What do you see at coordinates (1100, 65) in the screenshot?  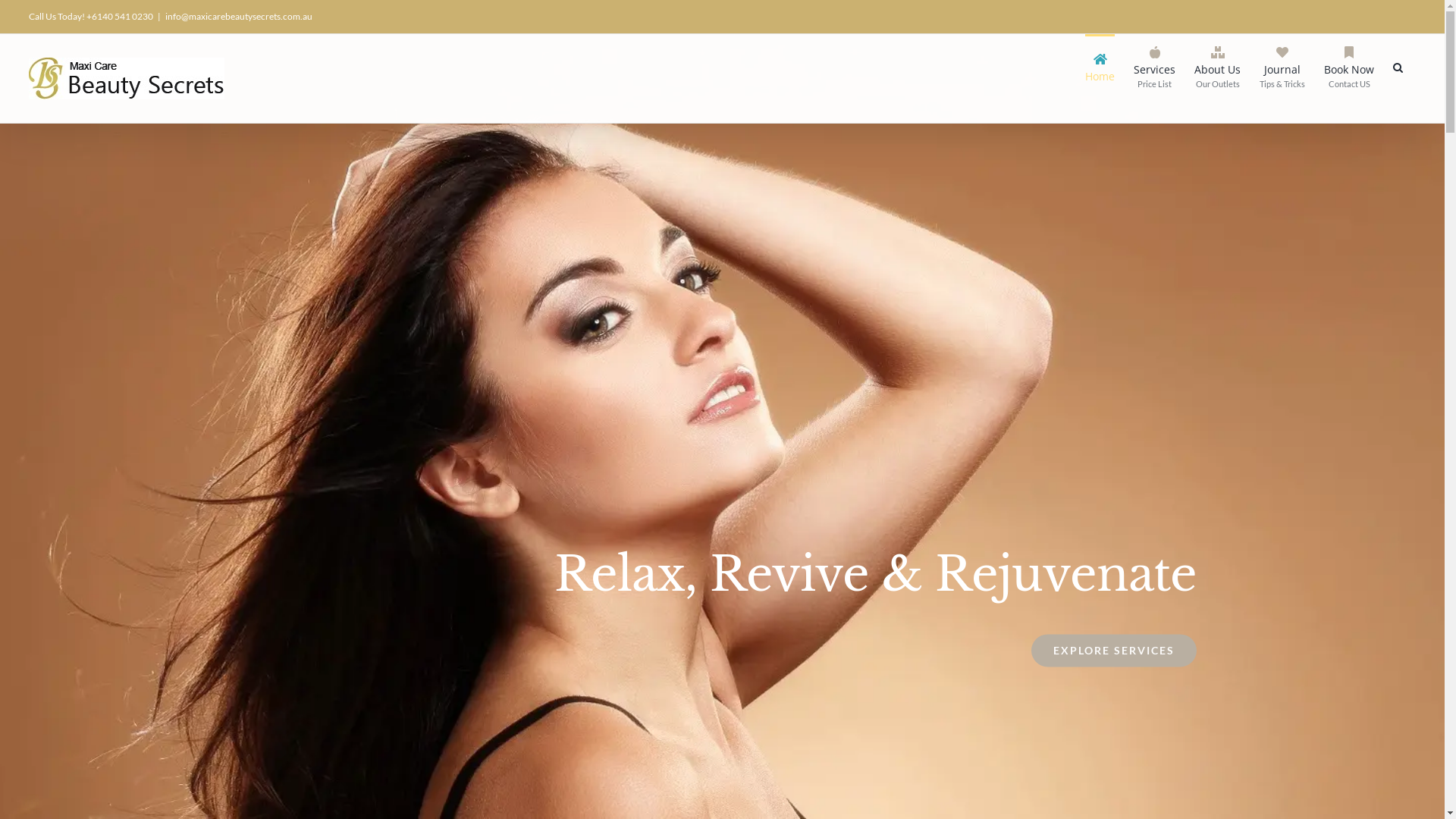 I see `'Home'` at bounding box center [1100, 65].